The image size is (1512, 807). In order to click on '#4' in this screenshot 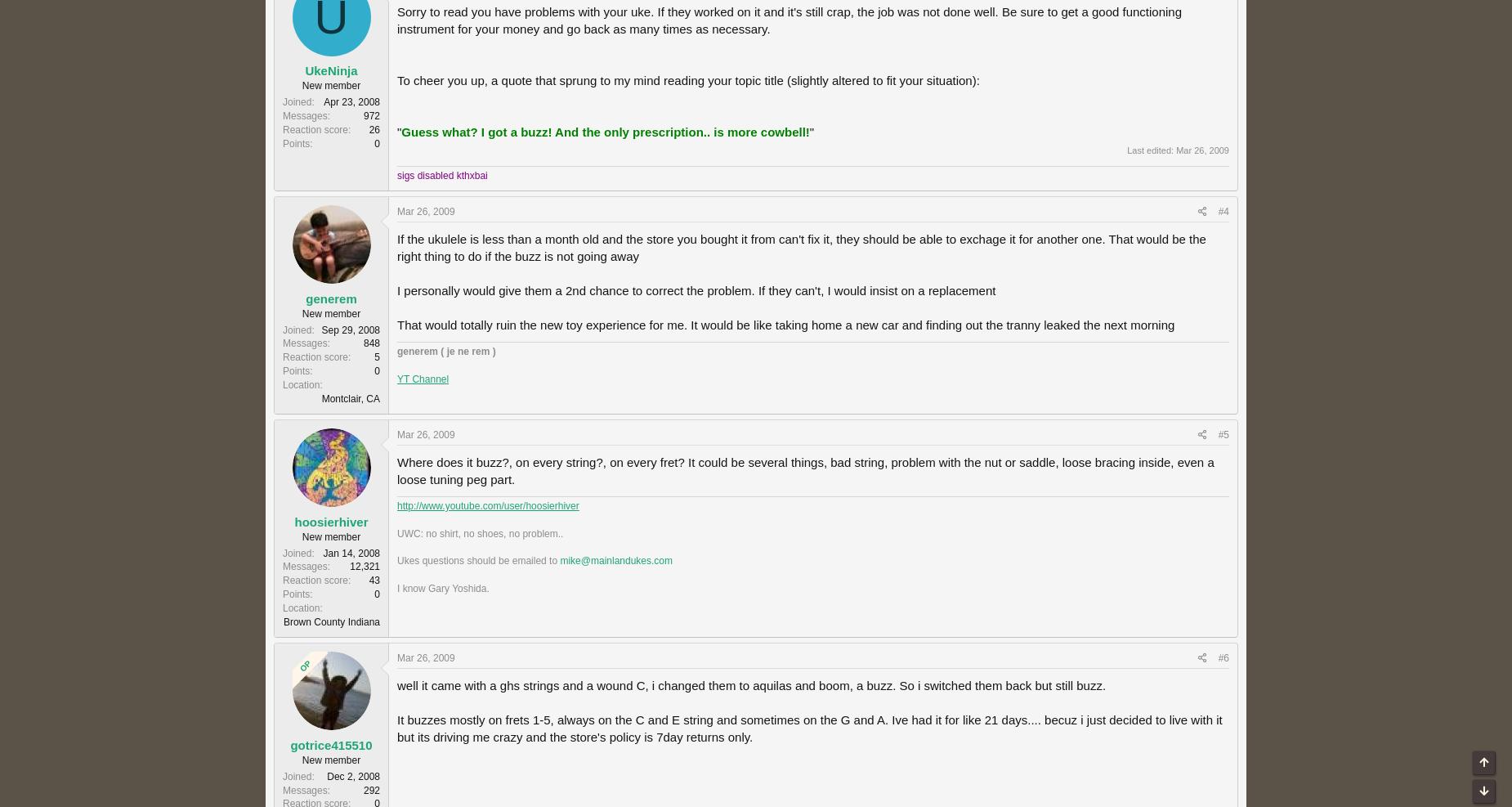, I will do `click(1223, 211)`.